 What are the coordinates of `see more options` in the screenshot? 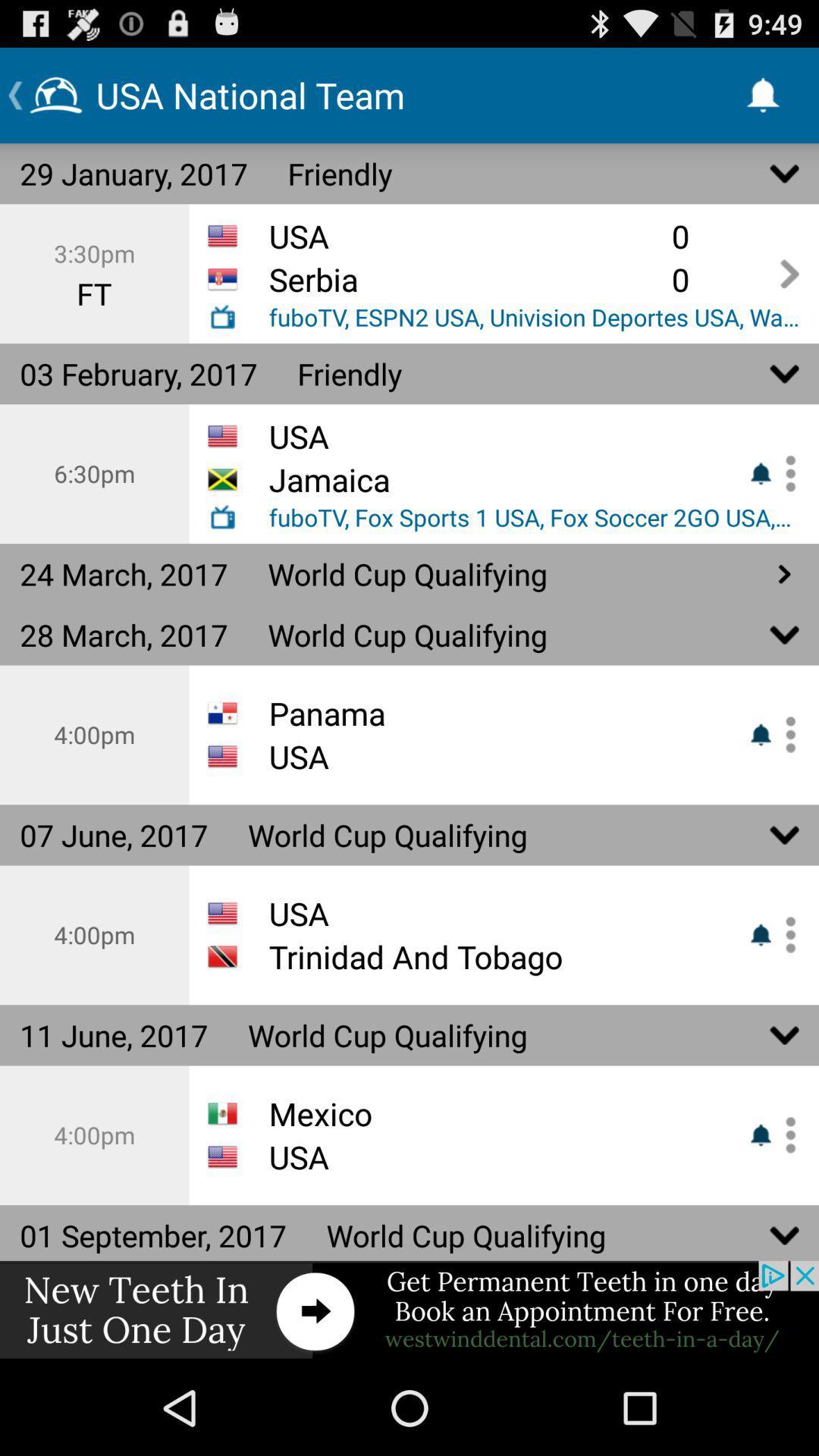 It's located at (785, 1135).